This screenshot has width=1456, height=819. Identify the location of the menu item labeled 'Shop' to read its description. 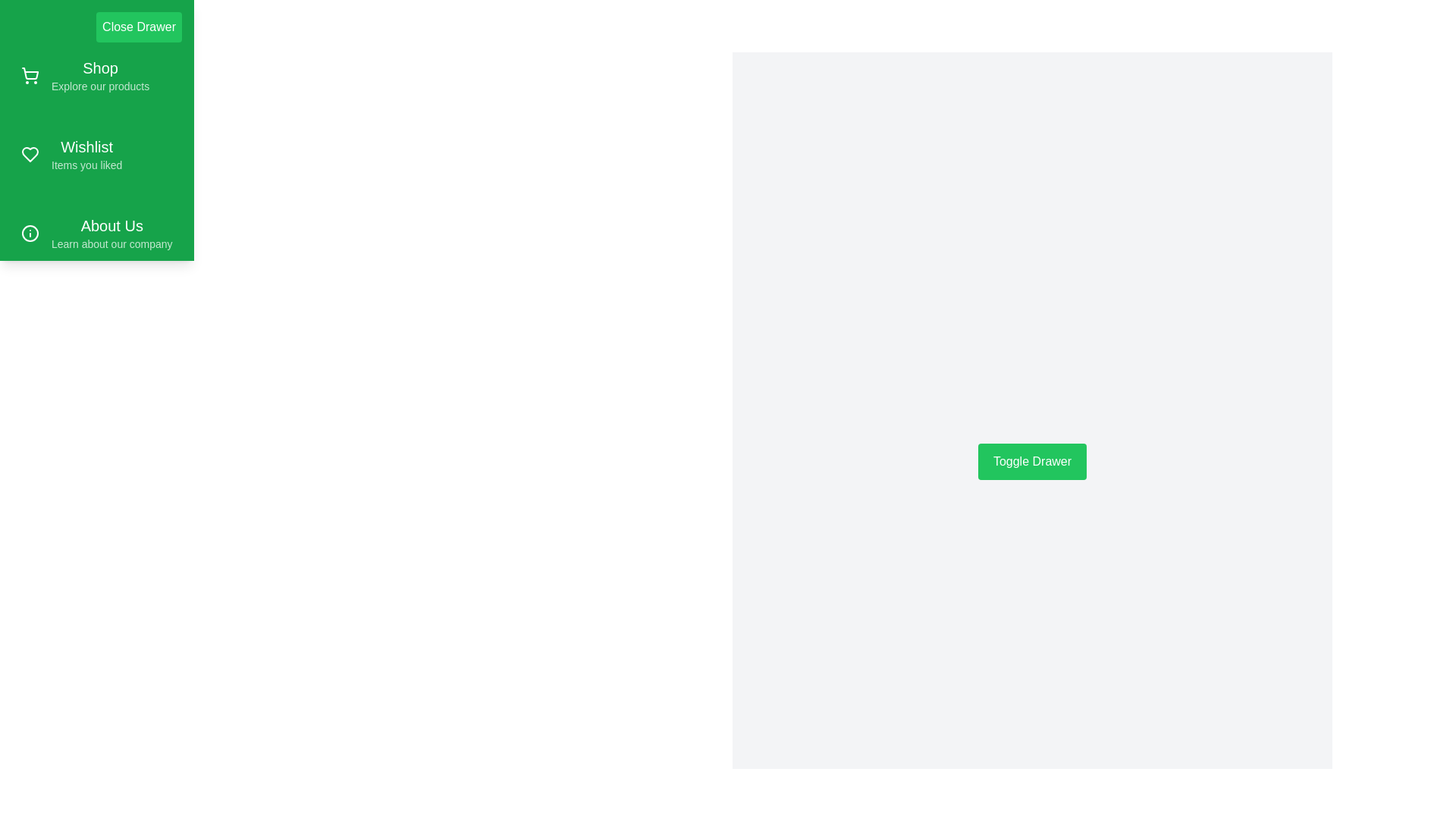
(96, 76).